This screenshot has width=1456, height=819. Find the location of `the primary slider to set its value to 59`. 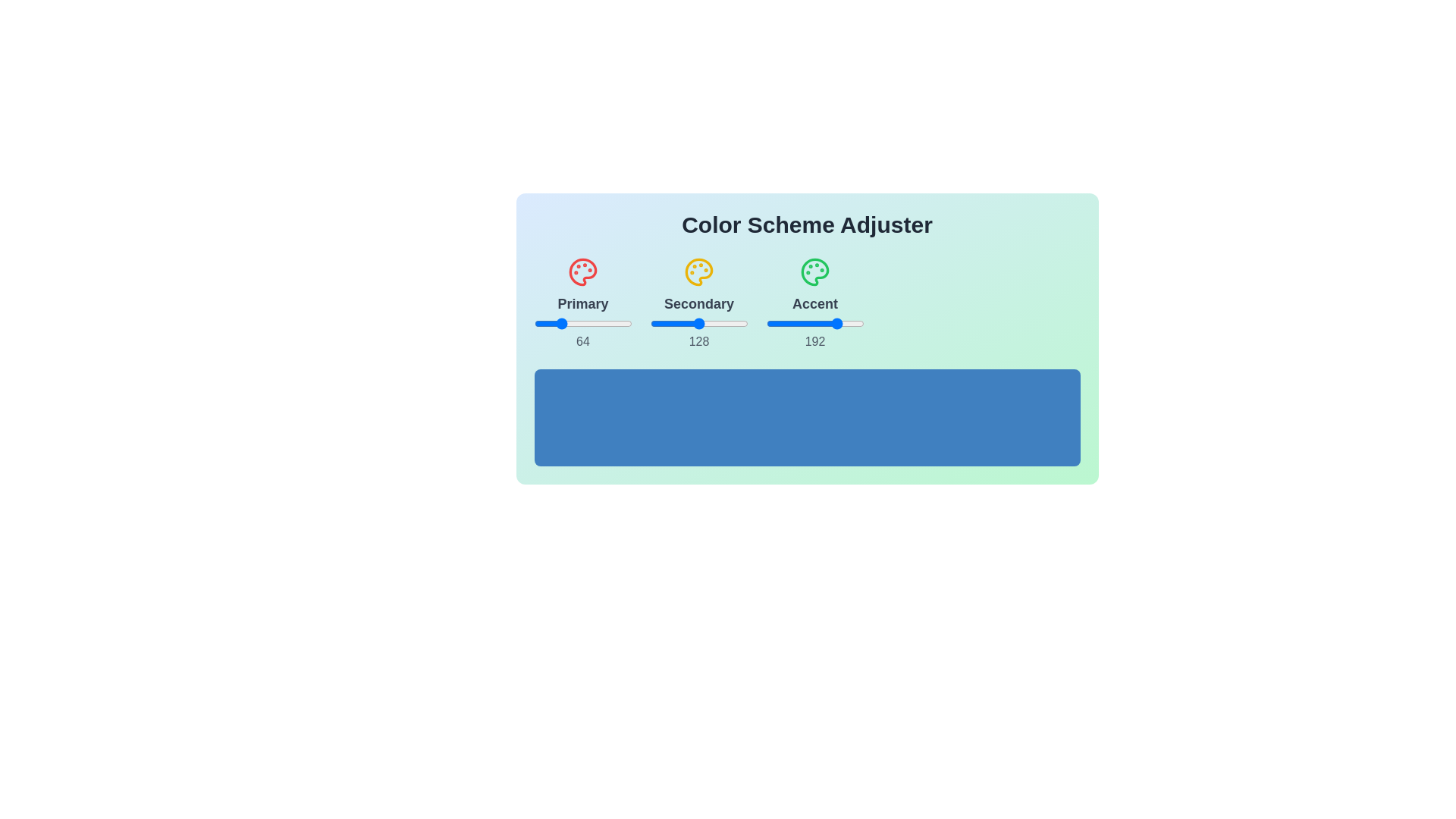

the primary slider to set its value to 59 is located at coordinates (556, 323).